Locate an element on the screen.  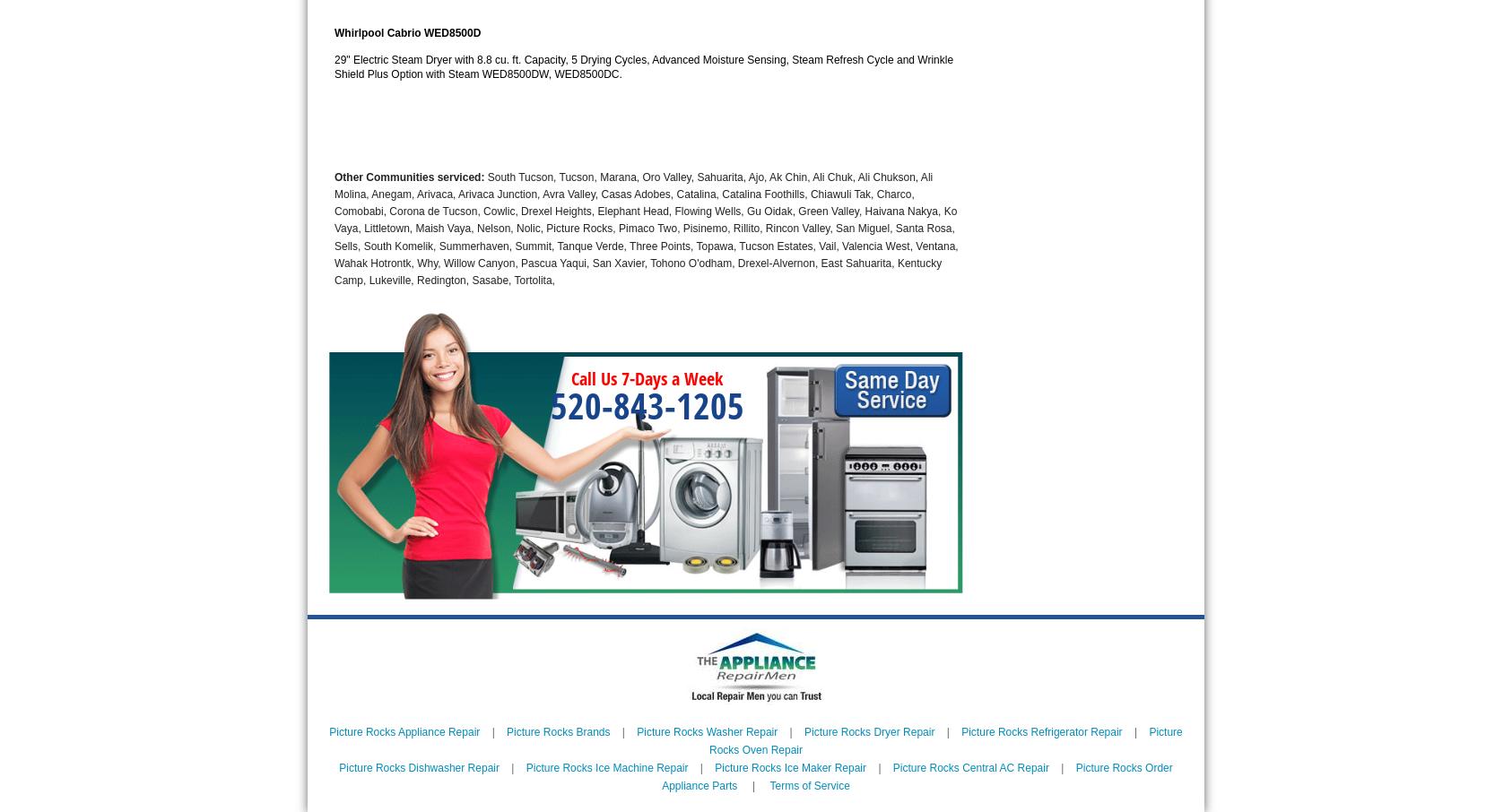
'Picture Rocks Appliance Repair' is located at coordinates (404, 730).